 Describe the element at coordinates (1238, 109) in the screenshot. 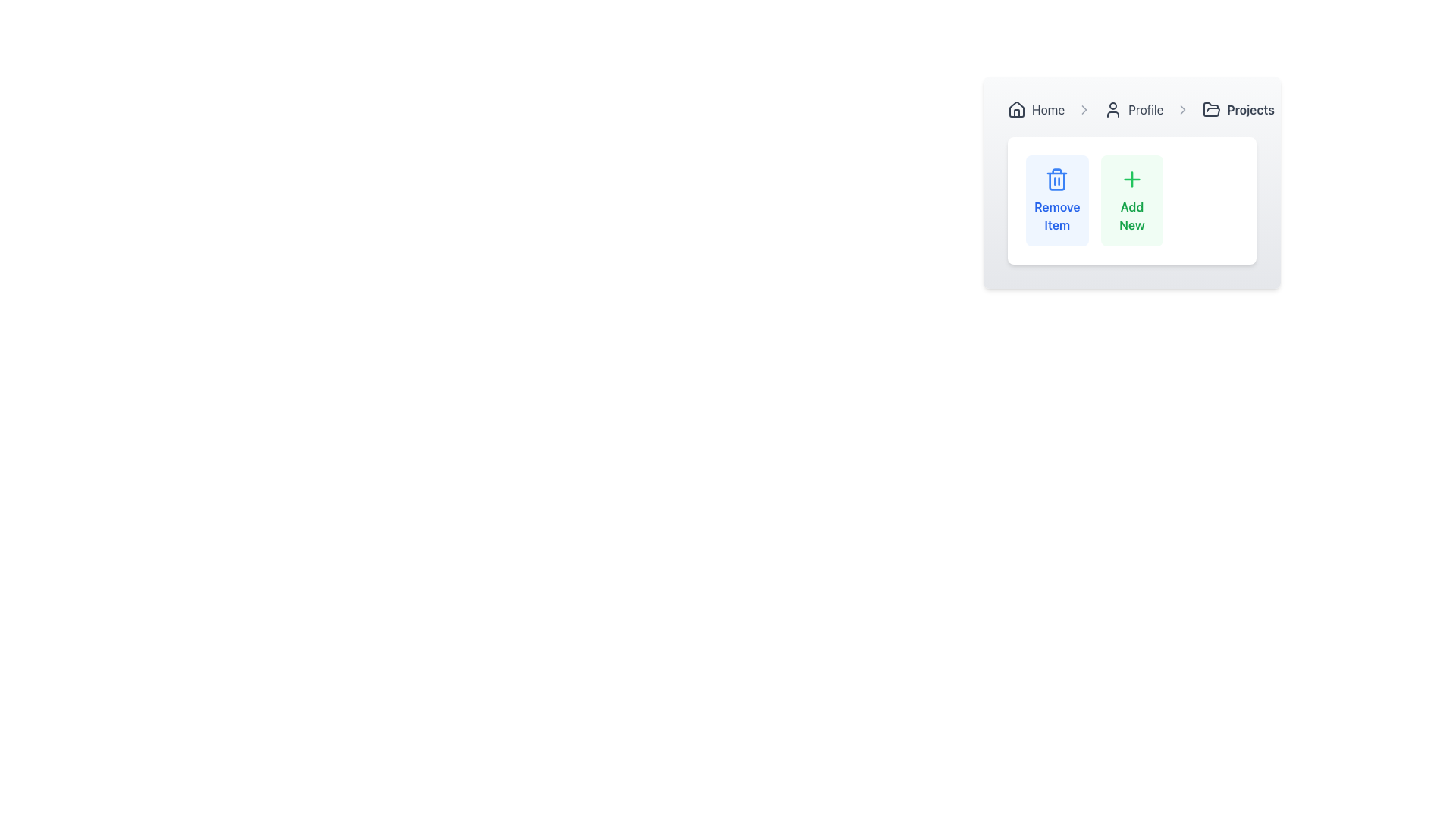

I see `the 'Projects' breadcrumb navigation link, which is the last element` at that location.